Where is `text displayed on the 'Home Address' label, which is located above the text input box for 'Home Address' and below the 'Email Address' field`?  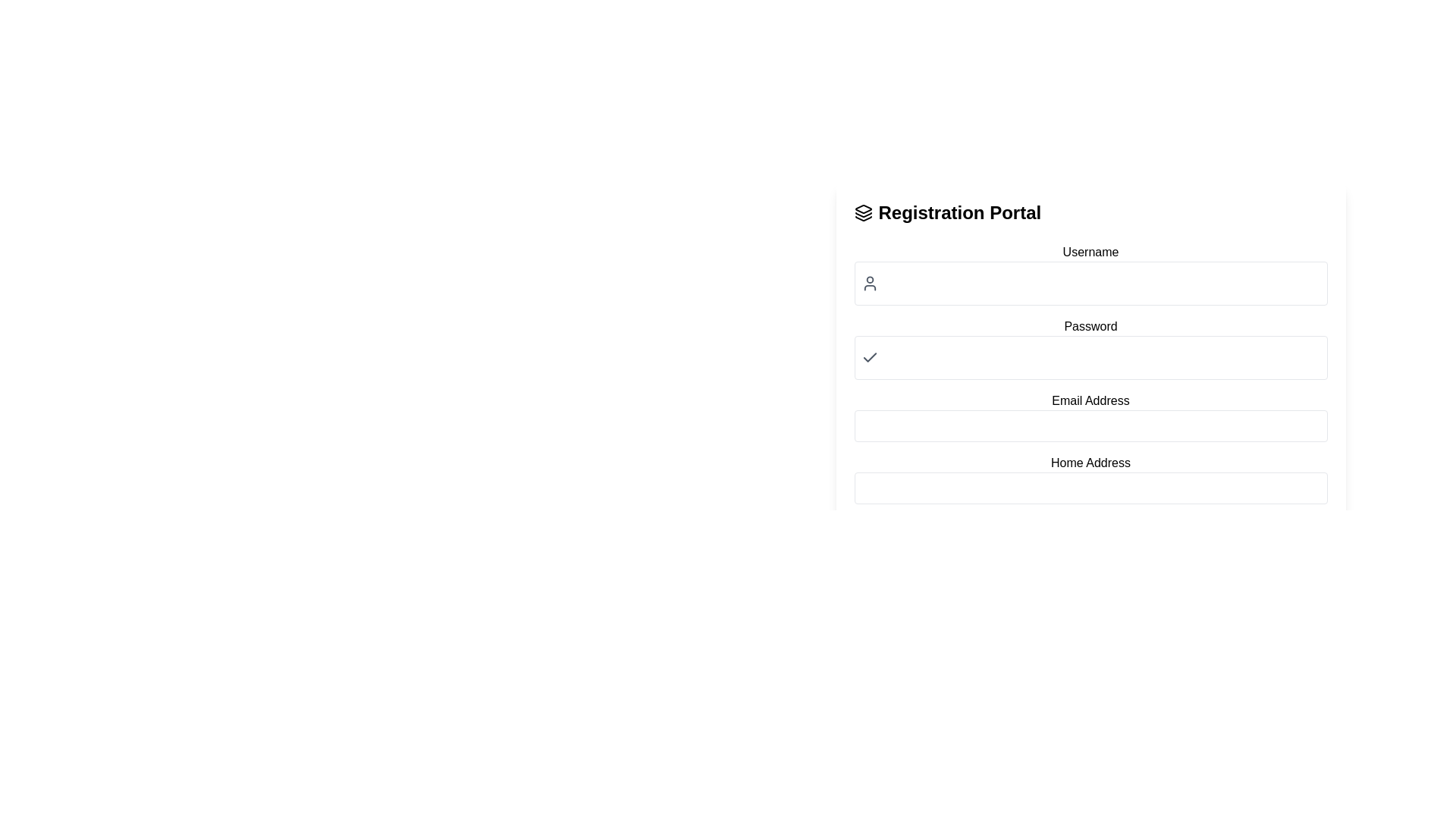 text displayed on the 'Home Address' label, which is located above the text input box for 'Home Address' and below the 'Email Address' field is located at coordinates (1090, 462).